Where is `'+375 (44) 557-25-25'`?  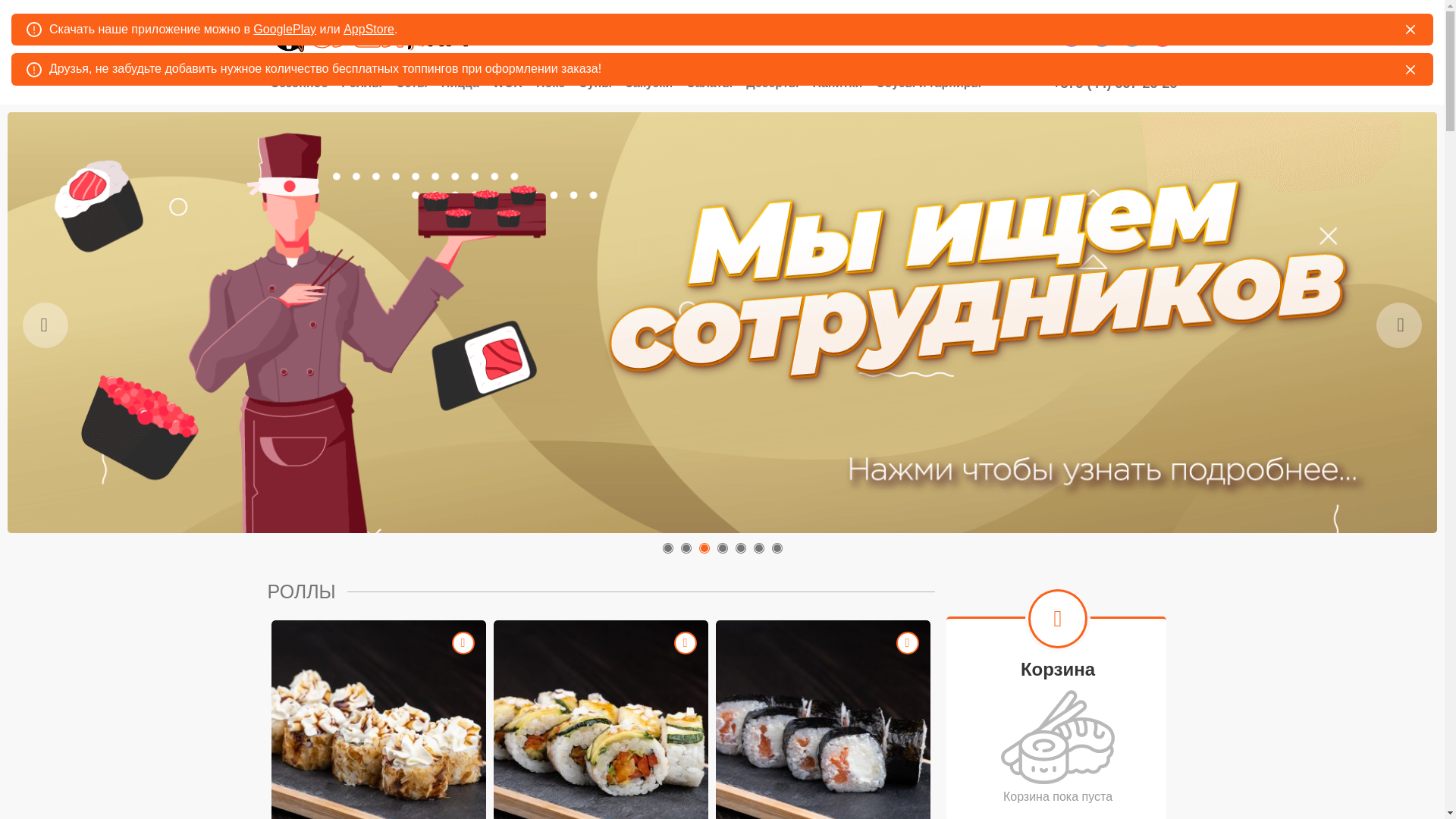
'+375 (44) 557-25-25' is located at coordinates (1115, 83).